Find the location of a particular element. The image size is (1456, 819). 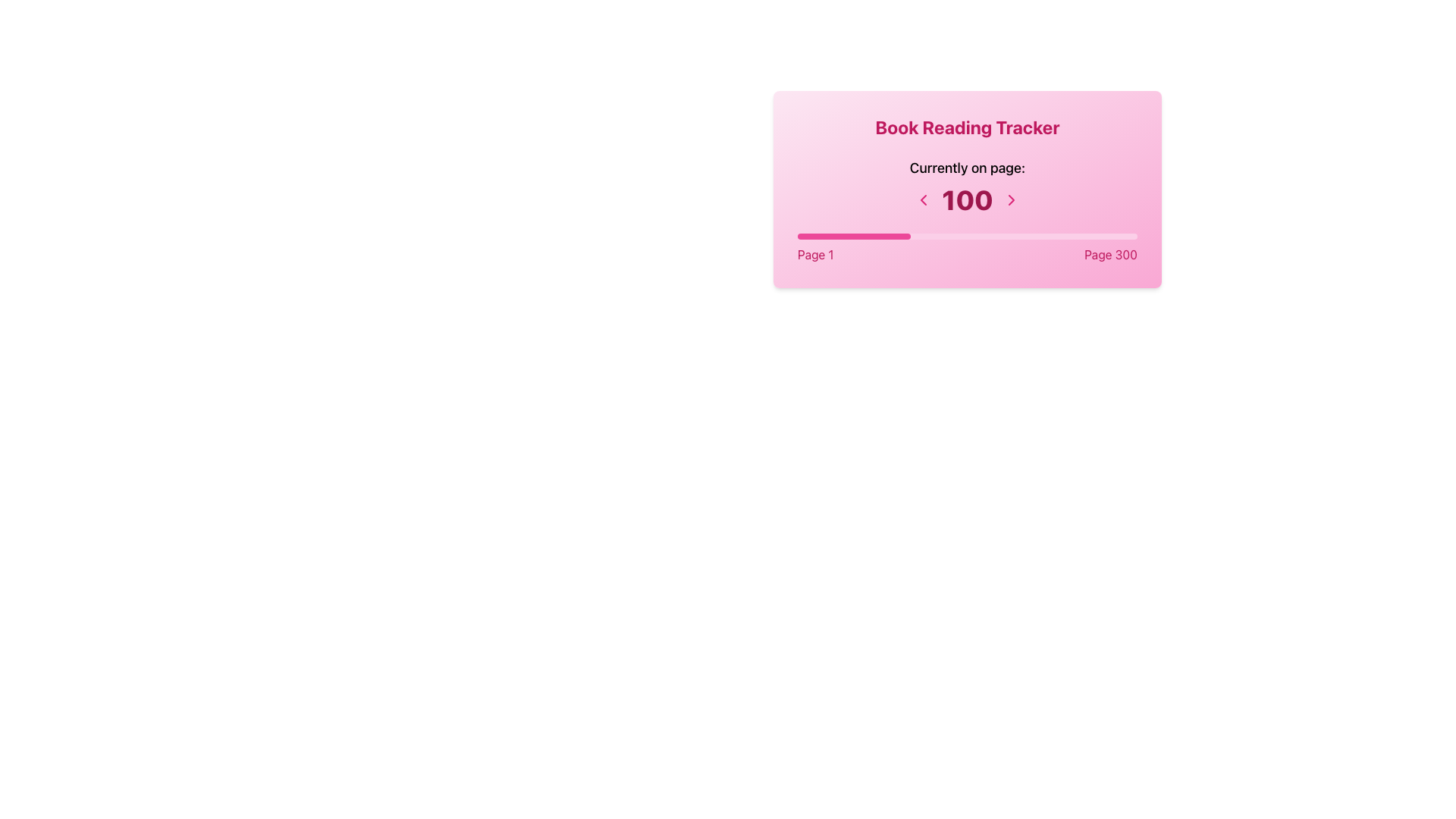

text label indicating the current page in the paginated navigation context, which is positioned above the number '100' and navigation arrows is located at coordinates (967, 168).